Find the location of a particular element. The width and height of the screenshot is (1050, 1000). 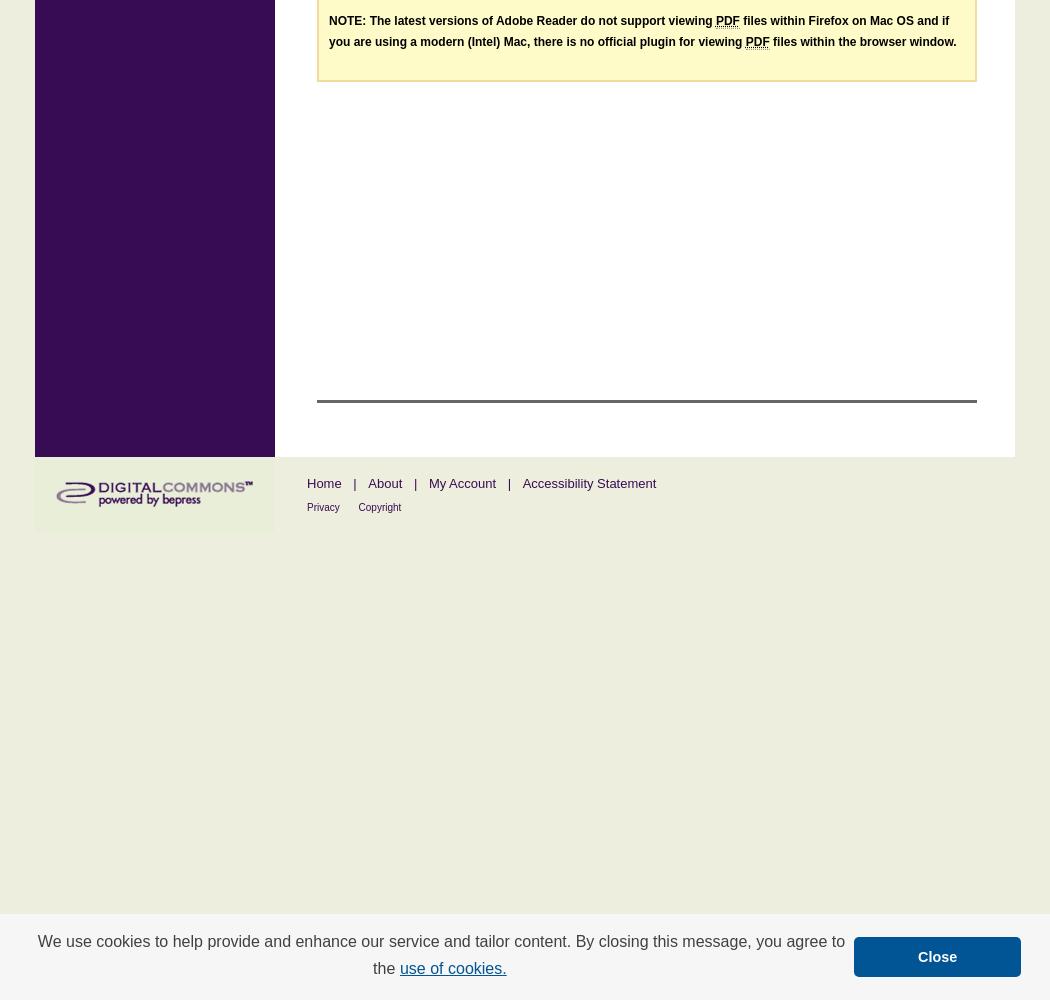

'Copyright' is located at coordinates (379, 507).